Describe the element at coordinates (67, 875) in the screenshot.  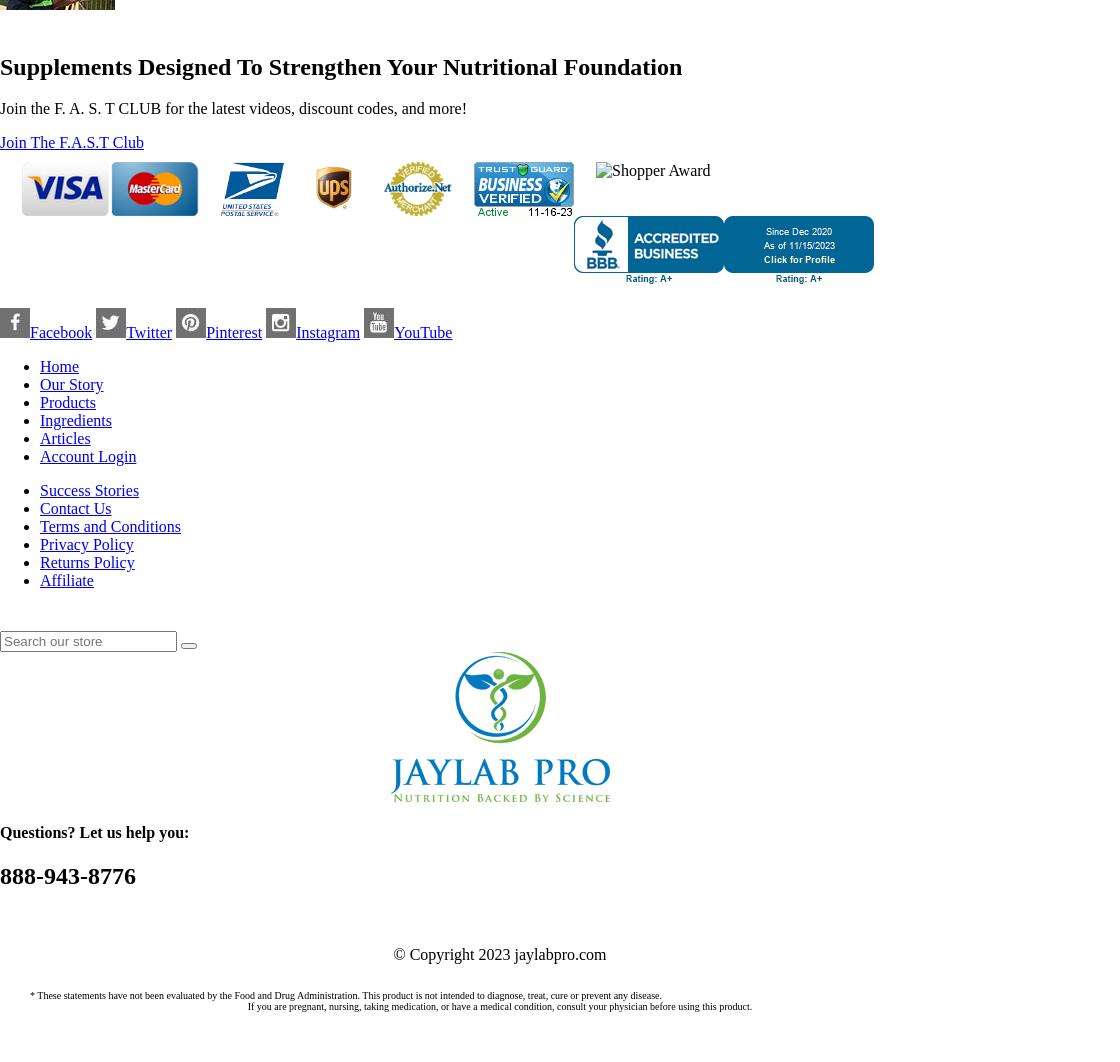
I see `'888-943-8776'` at that location.